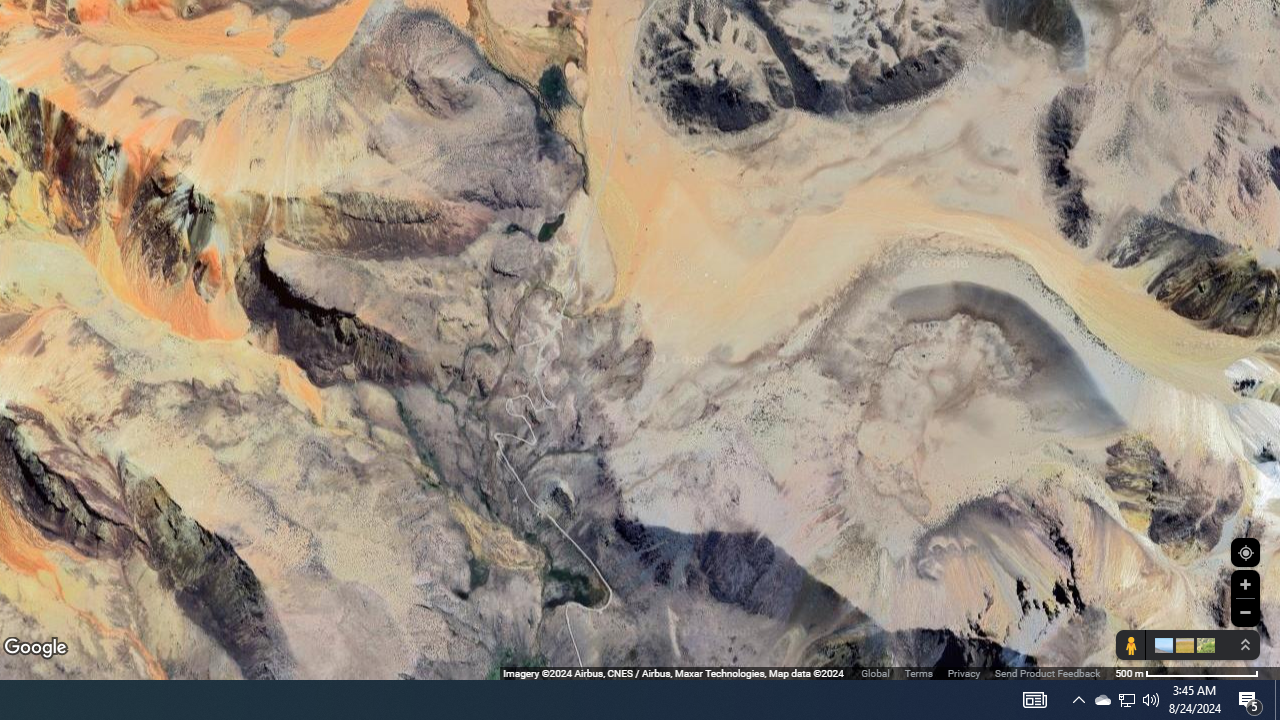  I want to click on '500 m', so click(1187, 673).